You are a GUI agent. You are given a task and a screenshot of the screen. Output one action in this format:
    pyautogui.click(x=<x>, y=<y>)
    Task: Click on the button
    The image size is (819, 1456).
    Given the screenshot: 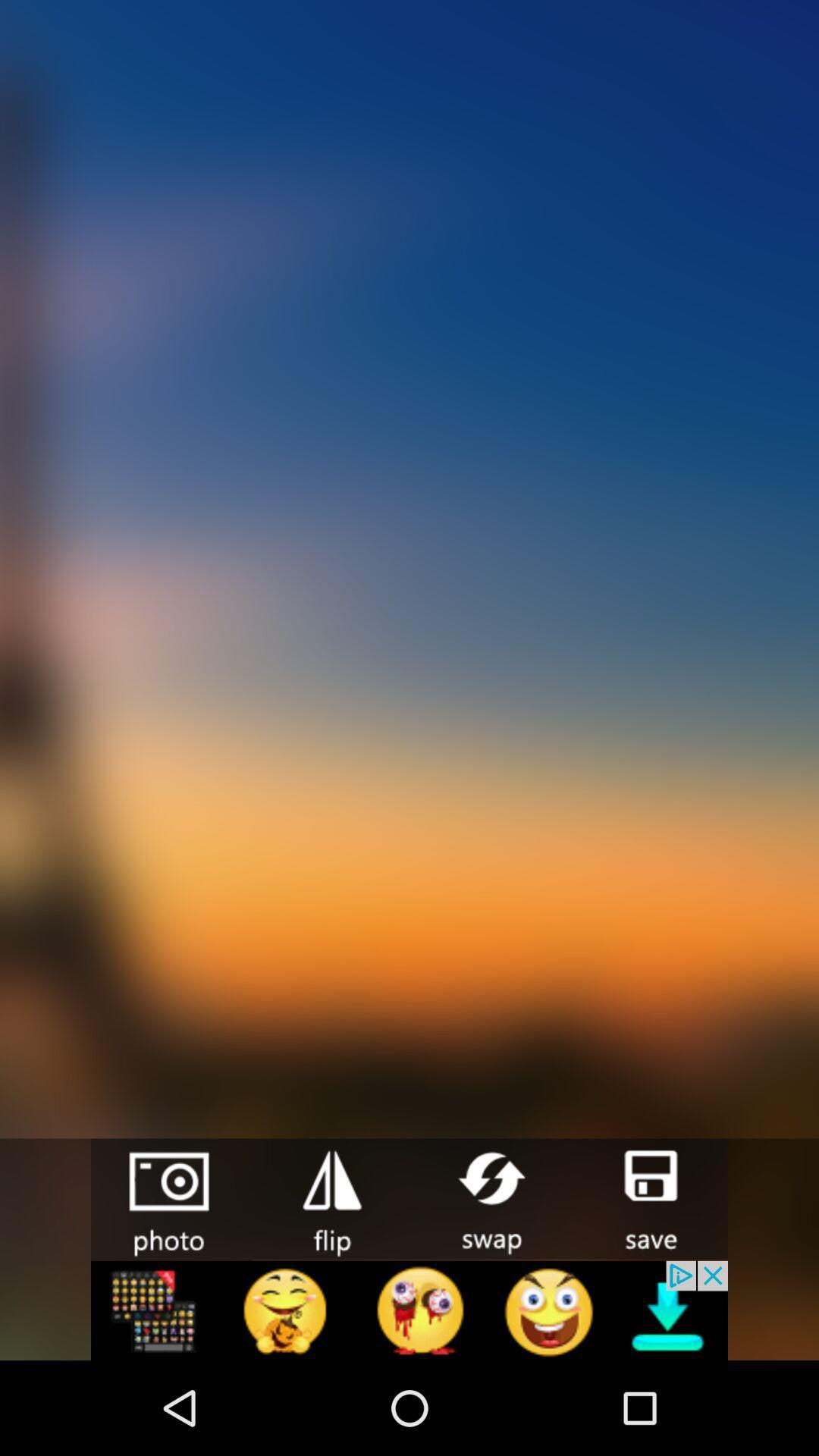 What is the action you would take?
    pyautogui.click(x=648, y=1197)
    